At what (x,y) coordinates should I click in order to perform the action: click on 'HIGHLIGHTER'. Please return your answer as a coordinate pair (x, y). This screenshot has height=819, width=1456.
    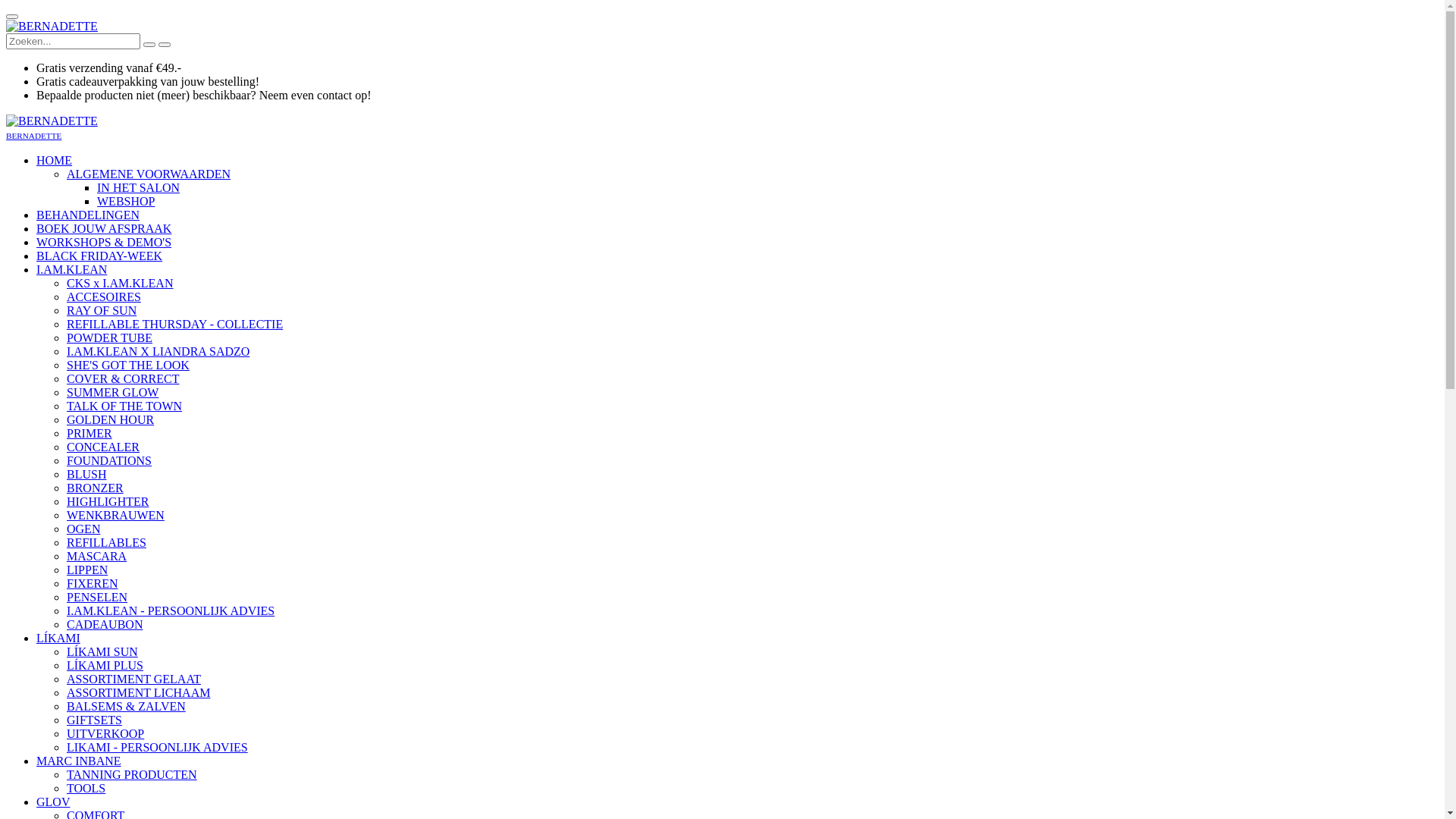
    Looking at the image, I should click on (107, 501).